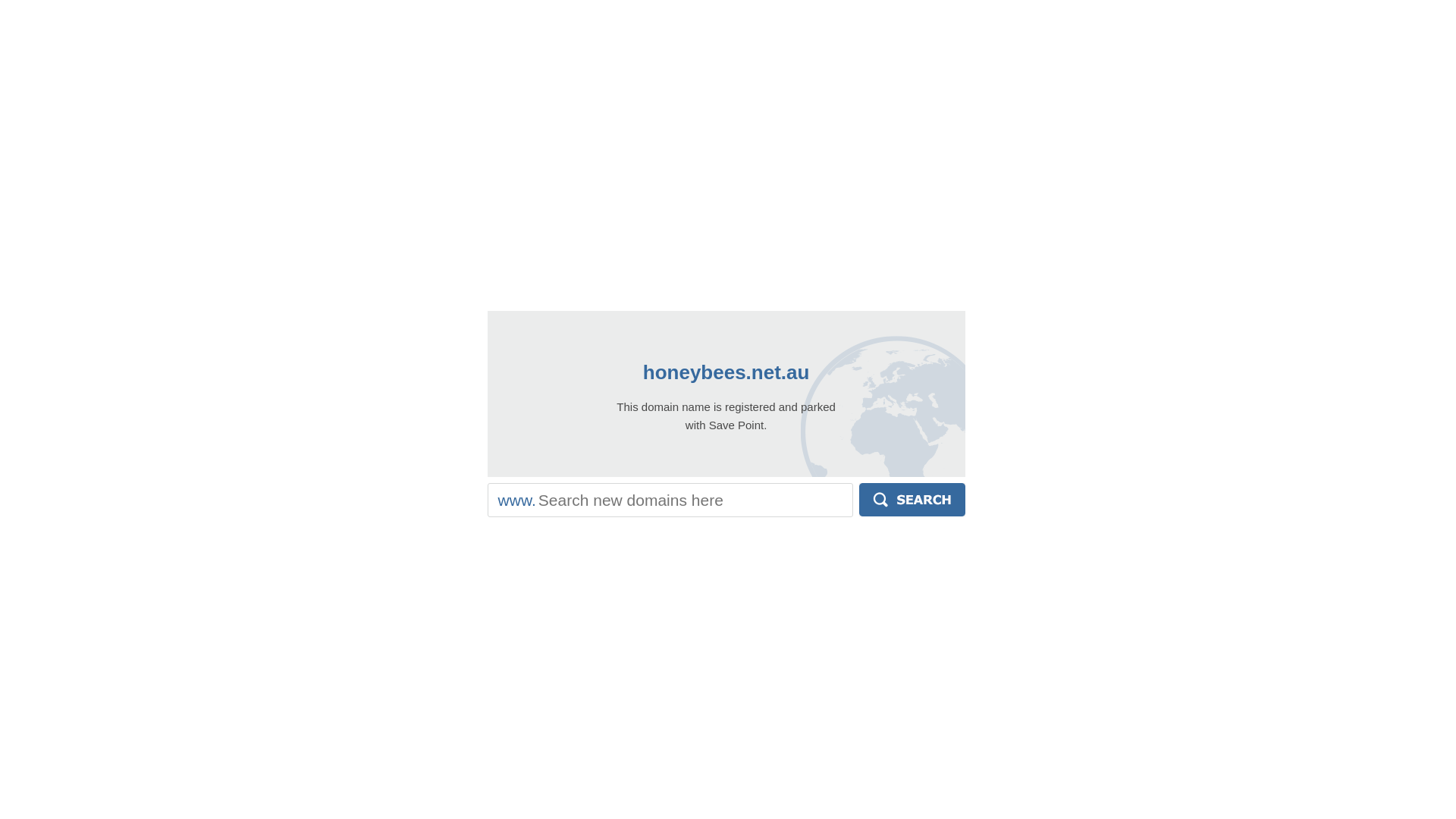  Describe the element at coordinates (858, 500) in the screenshot. I see `'Search'` at that location.